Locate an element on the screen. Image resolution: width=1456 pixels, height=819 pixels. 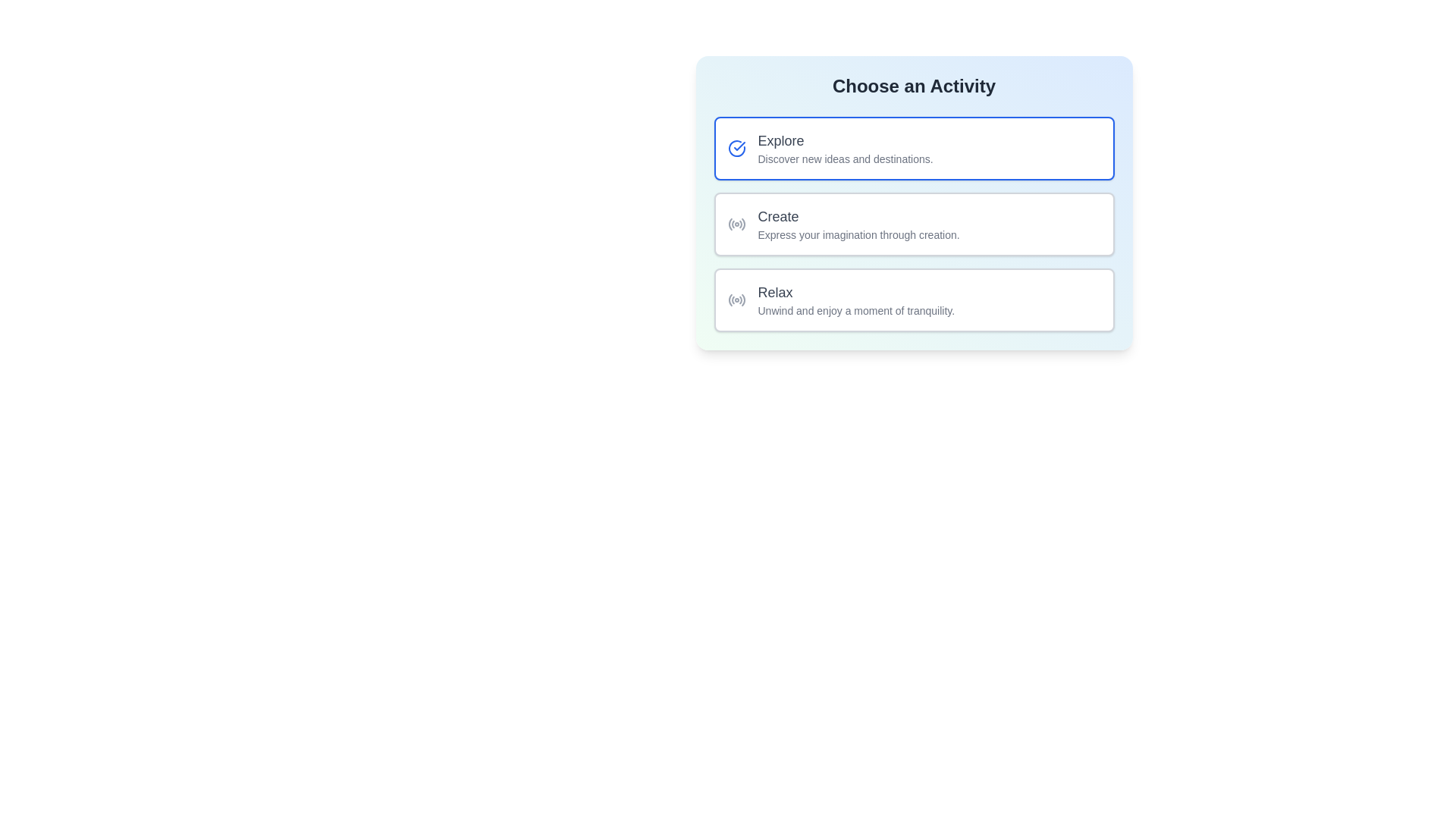
the 'Create' interactive card is located at coordinates (913, 224).